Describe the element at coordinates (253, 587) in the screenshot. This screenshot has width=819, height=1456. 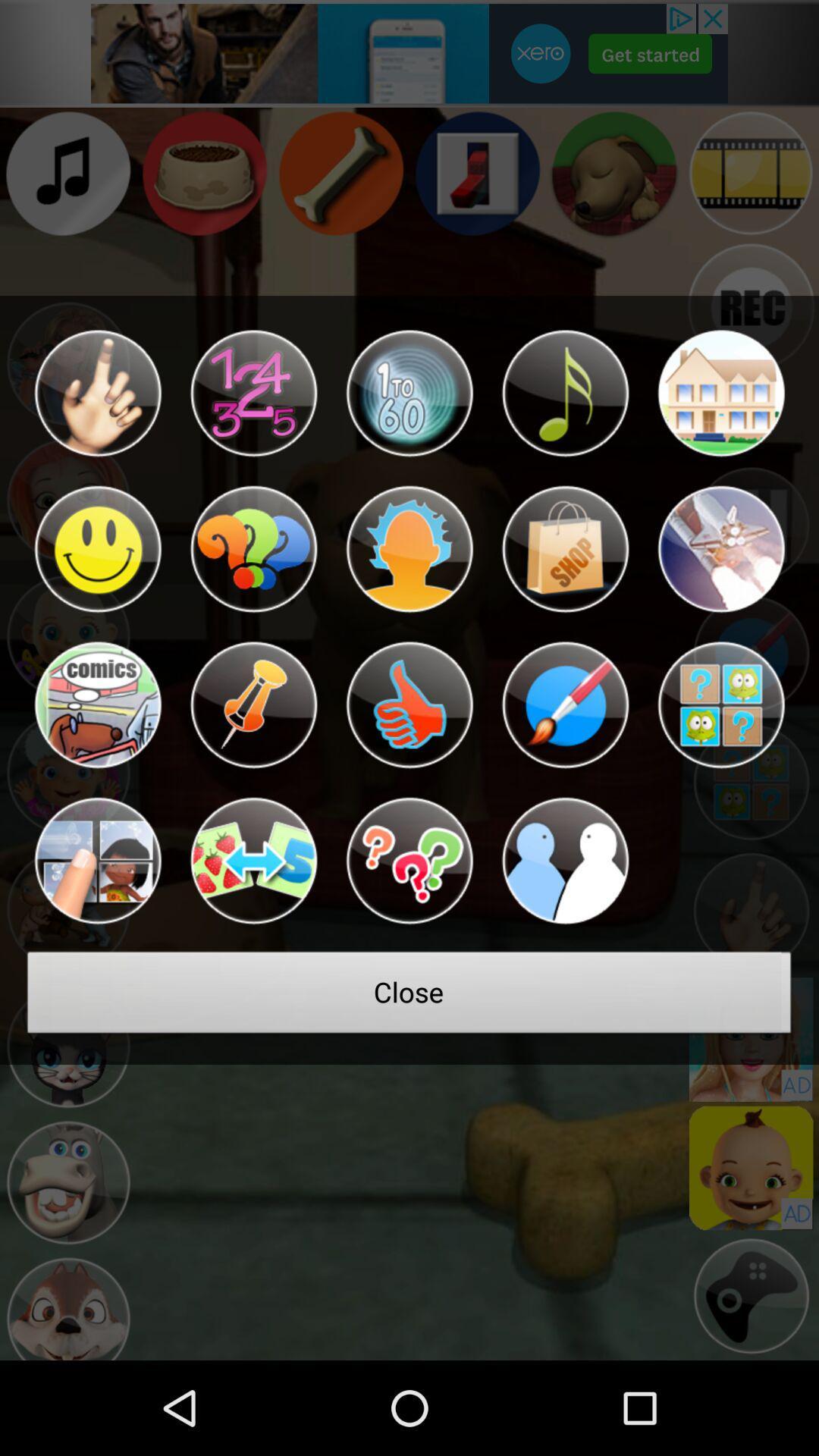
I see `the help icon` at that location.